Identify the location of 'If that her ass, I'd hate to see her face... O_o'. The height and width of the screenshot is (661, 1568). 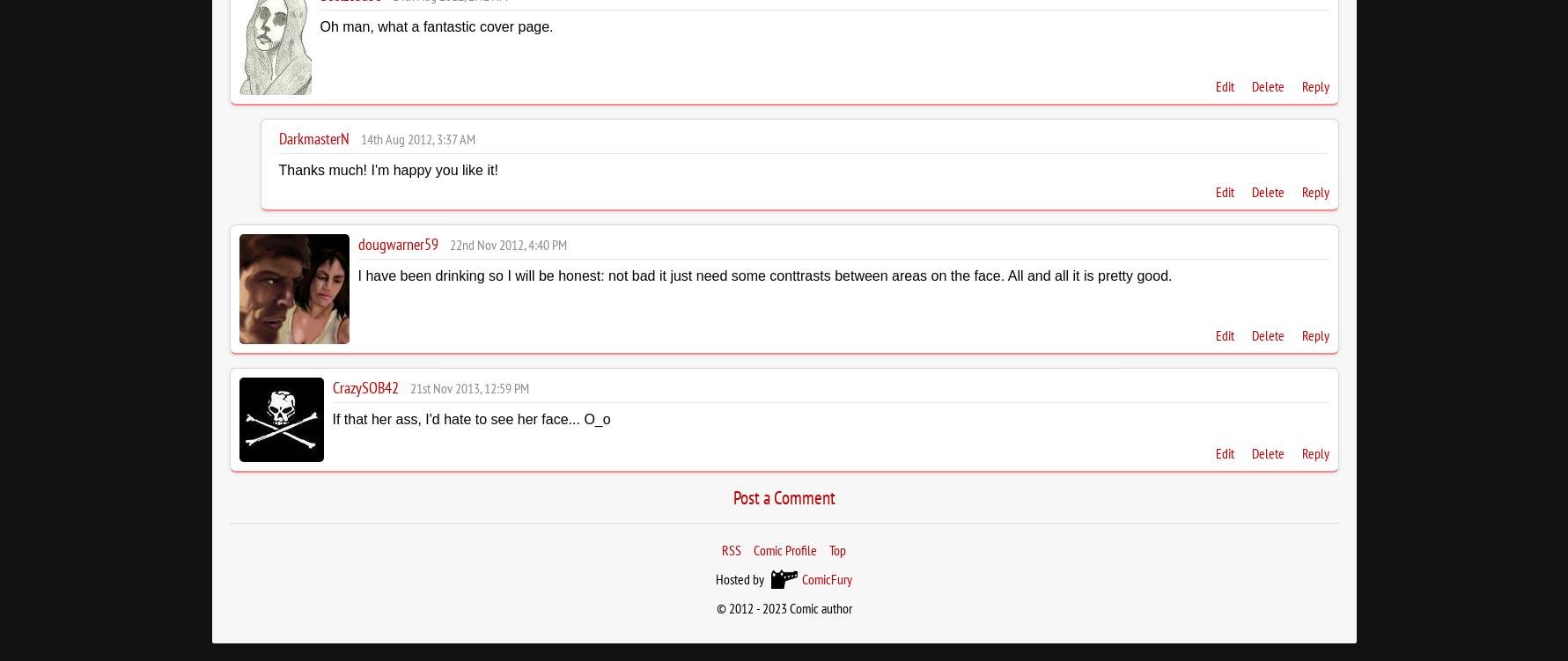
(471, 419).